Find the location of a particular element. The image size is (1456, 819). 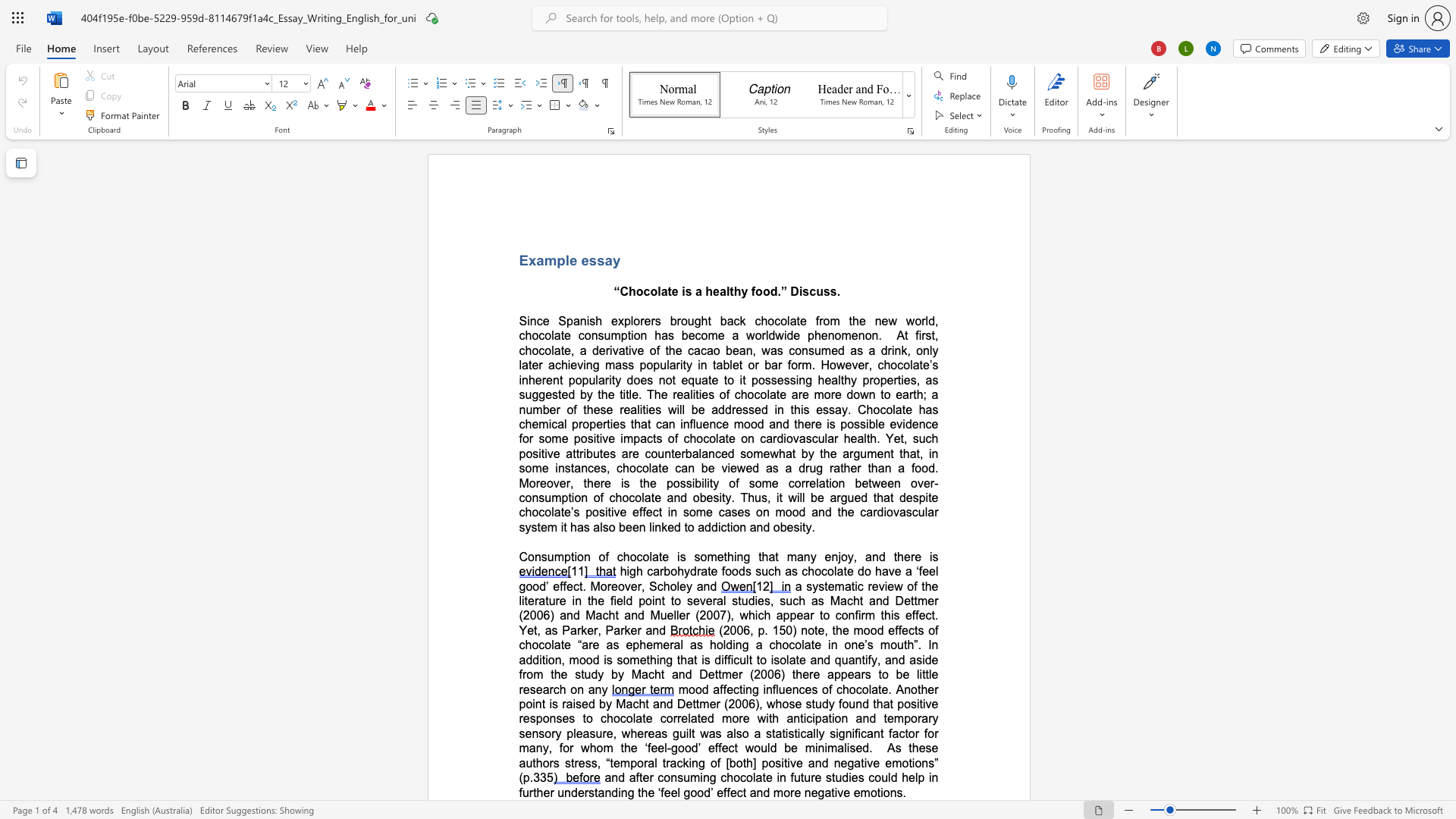

the 2th character "a" in the text is located at coordinates (771, 557).